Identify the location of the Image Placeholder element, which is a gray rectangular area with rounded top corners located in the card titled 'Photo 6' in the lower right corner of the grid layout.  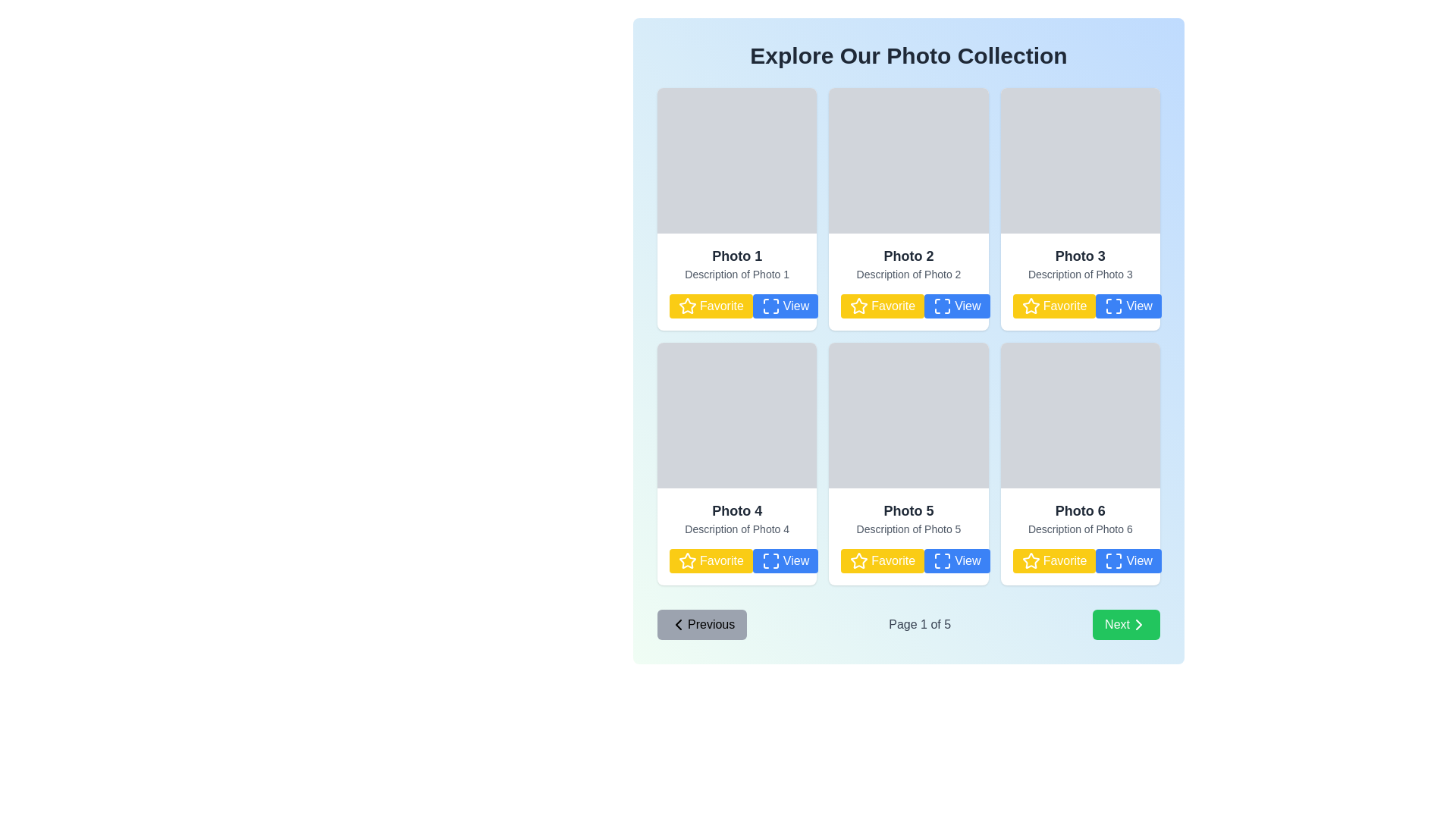
(1079, 415).